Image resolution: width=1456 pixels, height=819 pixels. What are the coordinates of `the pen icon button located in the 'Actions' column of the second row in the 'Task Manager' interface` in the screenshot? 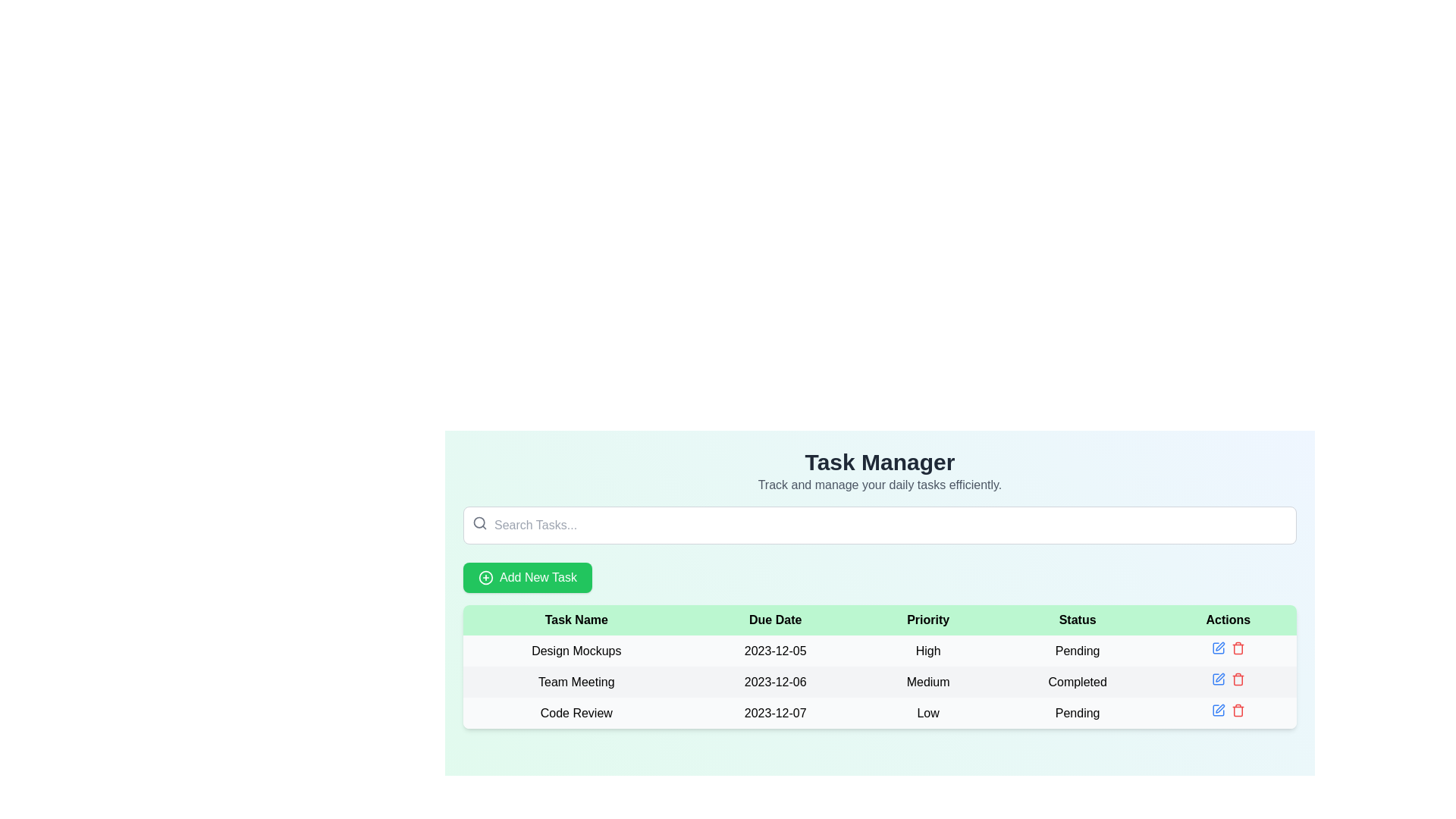 It's located at (1219, 676).